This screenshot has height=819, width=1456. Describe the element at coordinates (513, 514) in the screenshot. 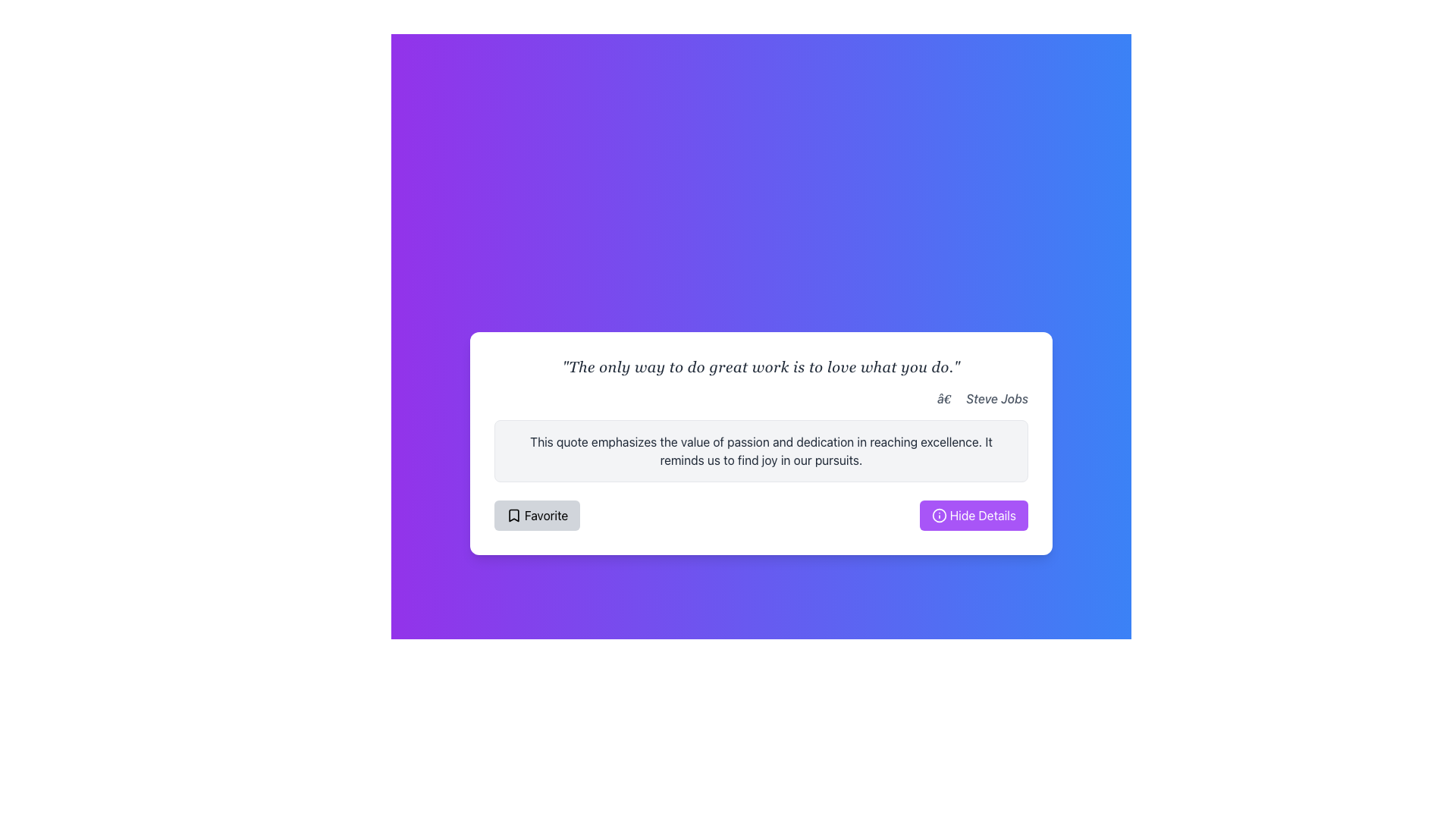

I see `the SVG icon within the 'Favorite' button located at the bottom left of the card component` at that location.